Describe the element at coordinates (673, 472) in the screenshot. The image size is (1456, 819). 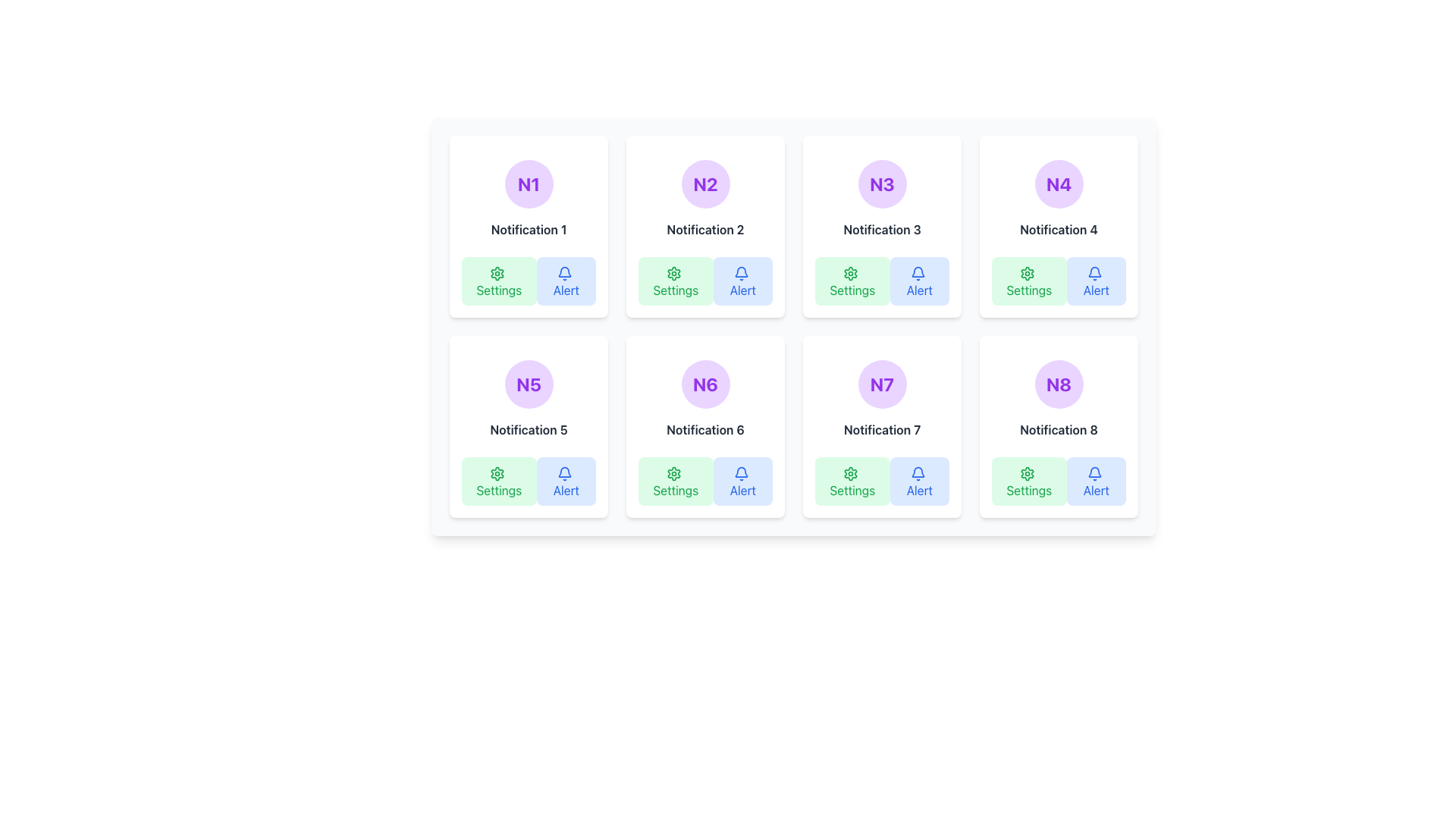
I see `the Settings icon located in the notification card for 'Notification 6'` at that location.